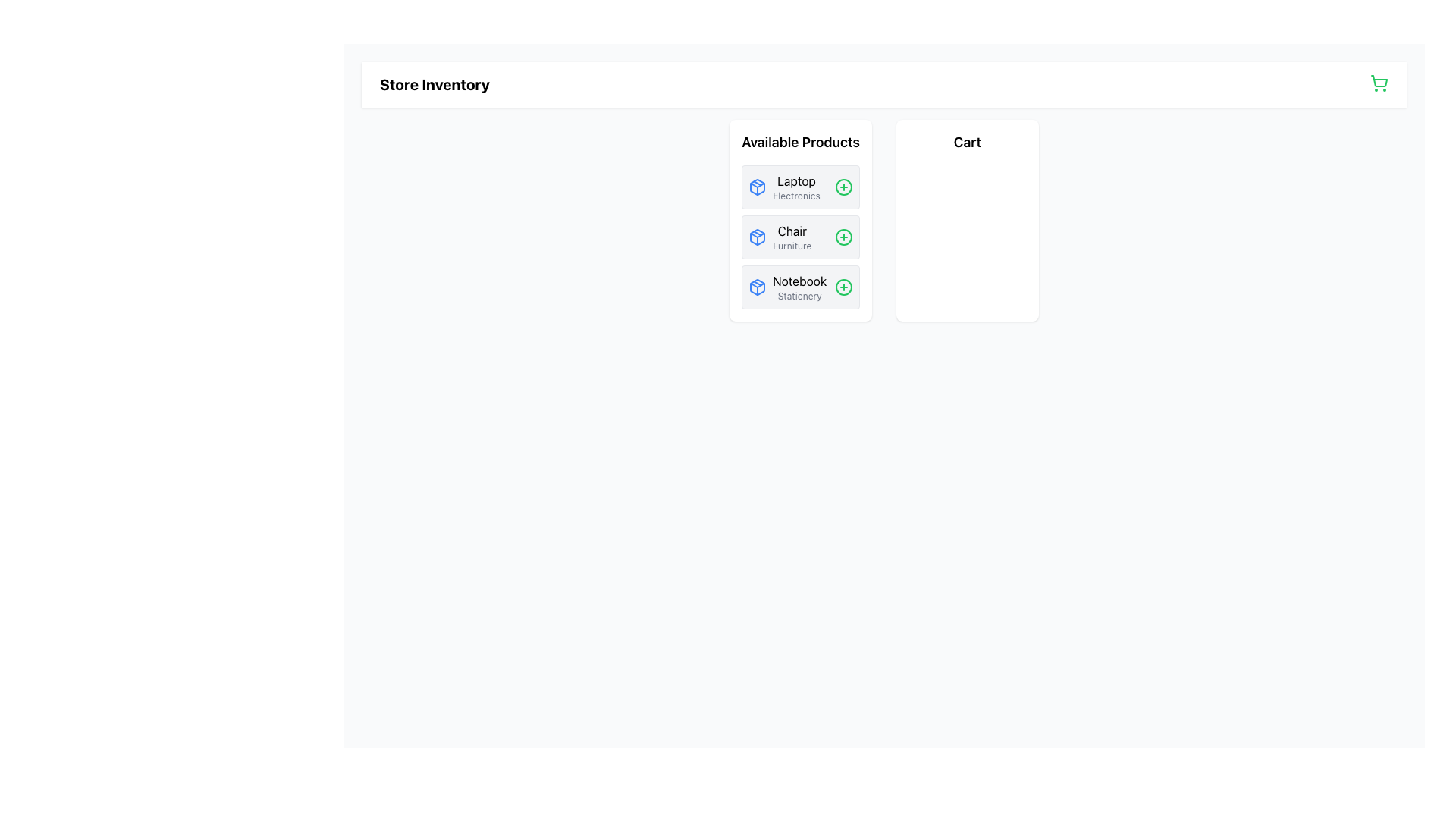 The image size is (1456, 819). Describe the element at coordinates (843, 237) in the screenshot. I see `the button that adds the 'Chair/Furniture' item to the cart for tooltip or visual feedback` at that location.